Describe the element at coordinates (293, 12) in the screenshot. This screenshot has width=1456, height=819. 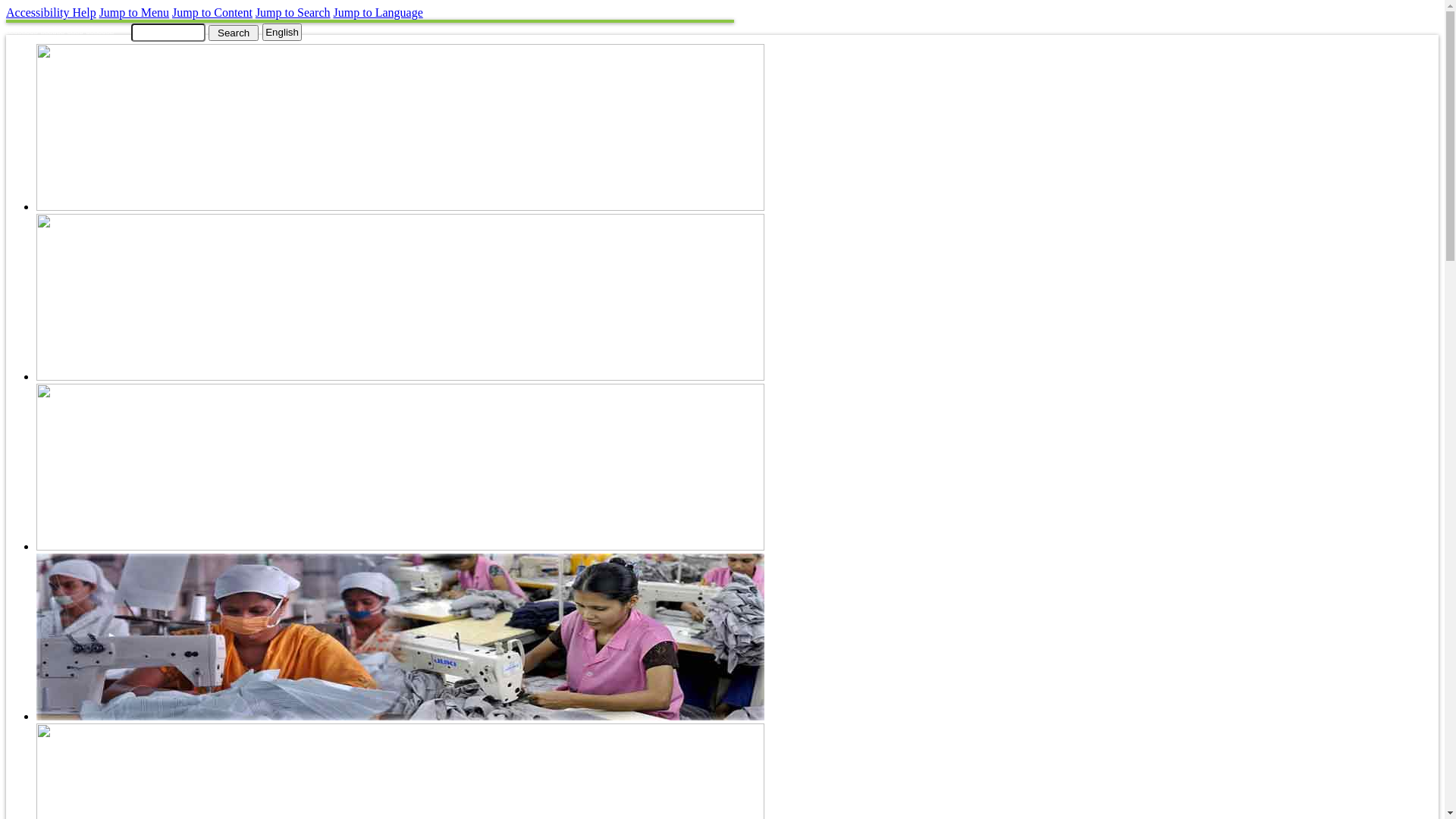
I see `'Jump to Search'` at that location.